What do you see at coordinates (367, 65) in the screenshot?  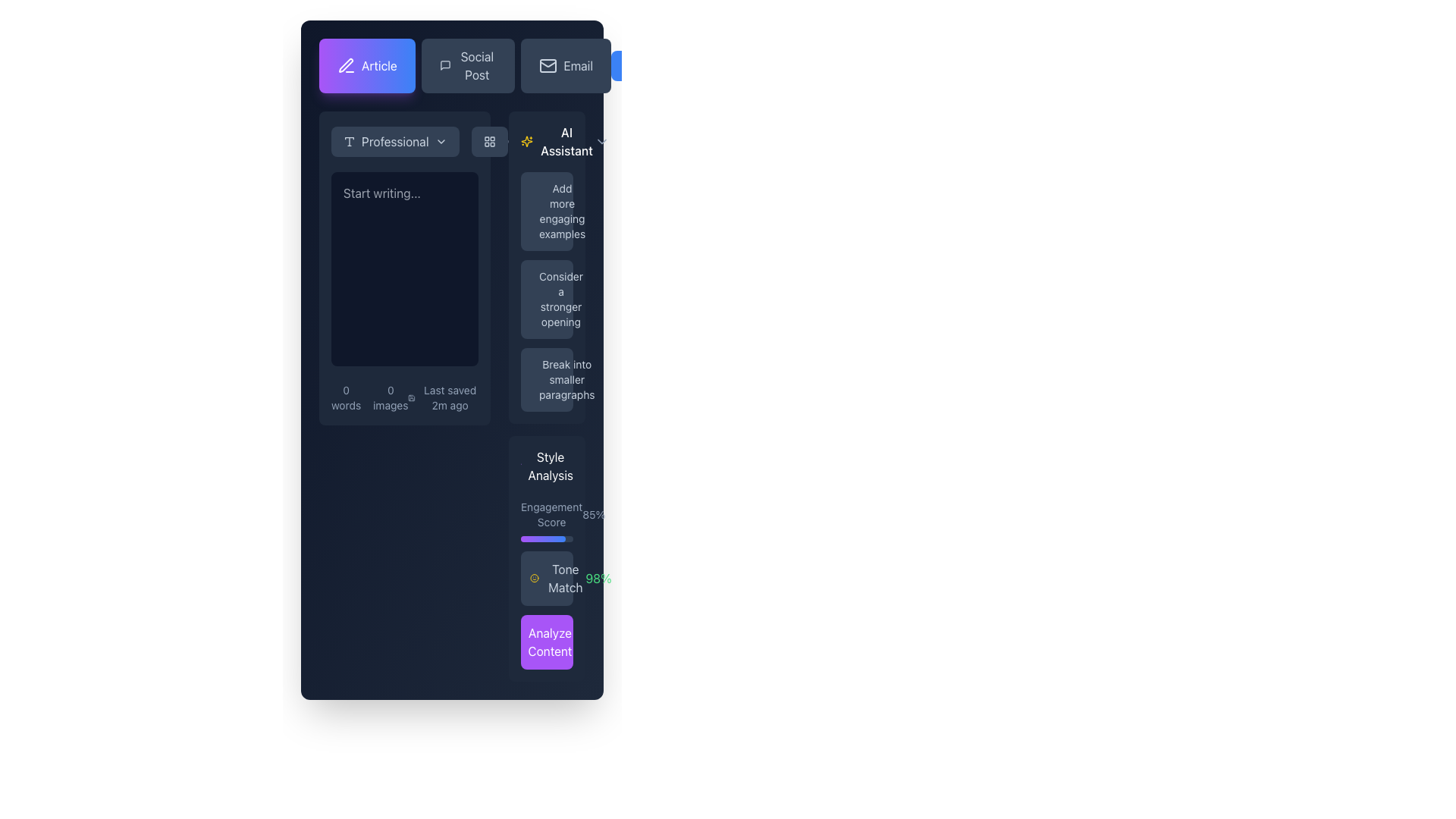 I see `the button used for initiating the creation of an article, located to the left of the 'Social Post' and 'Email' buttons at the top-left corner of the interface to observe any hover effects` at bounding box center [367, 65].